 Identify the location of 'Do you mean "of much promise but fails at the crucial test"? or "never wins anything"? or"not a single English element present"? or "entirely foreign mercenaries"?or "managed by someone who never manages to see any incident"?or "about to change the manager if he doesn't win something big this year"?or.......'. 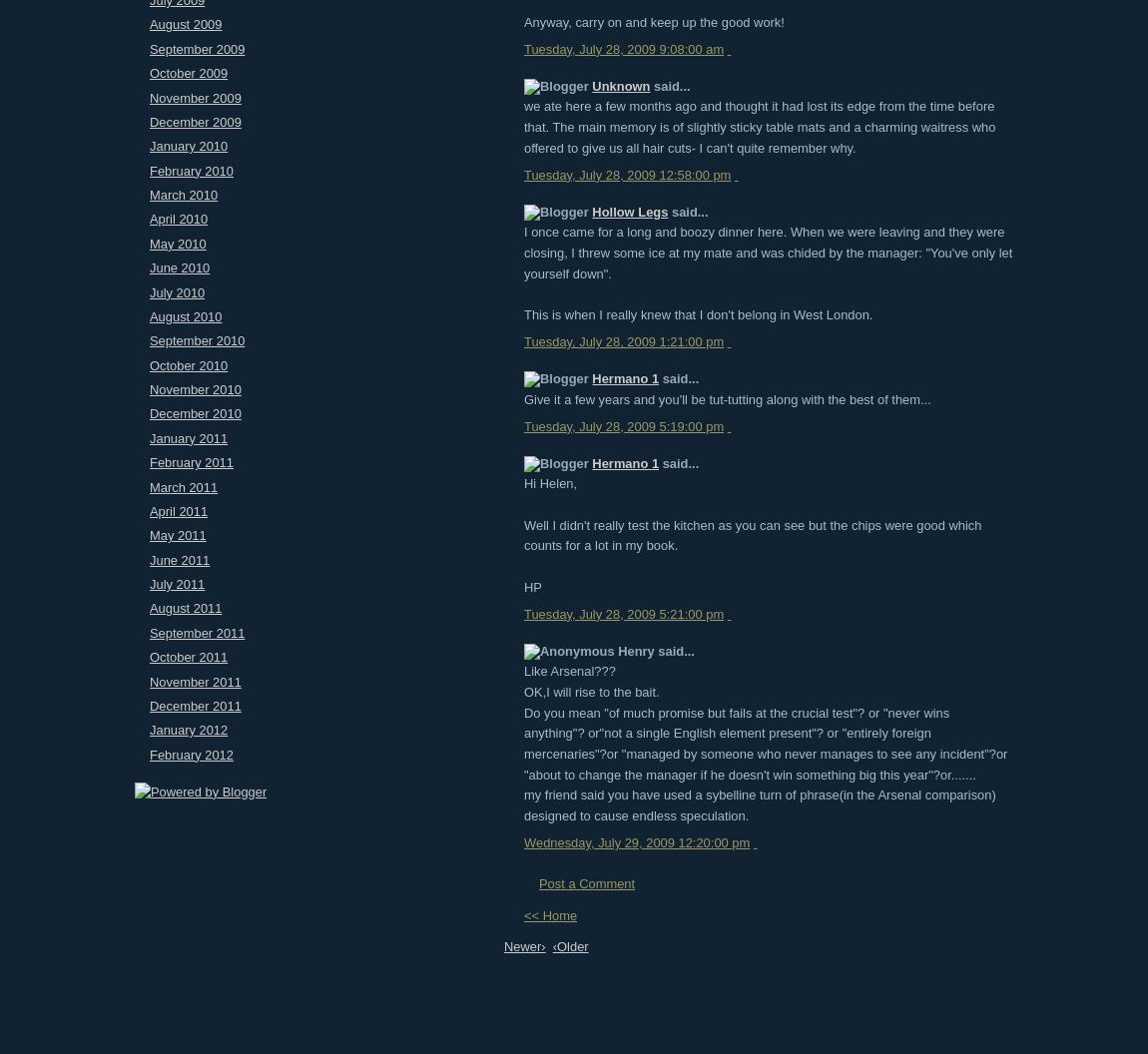
(765, 742).